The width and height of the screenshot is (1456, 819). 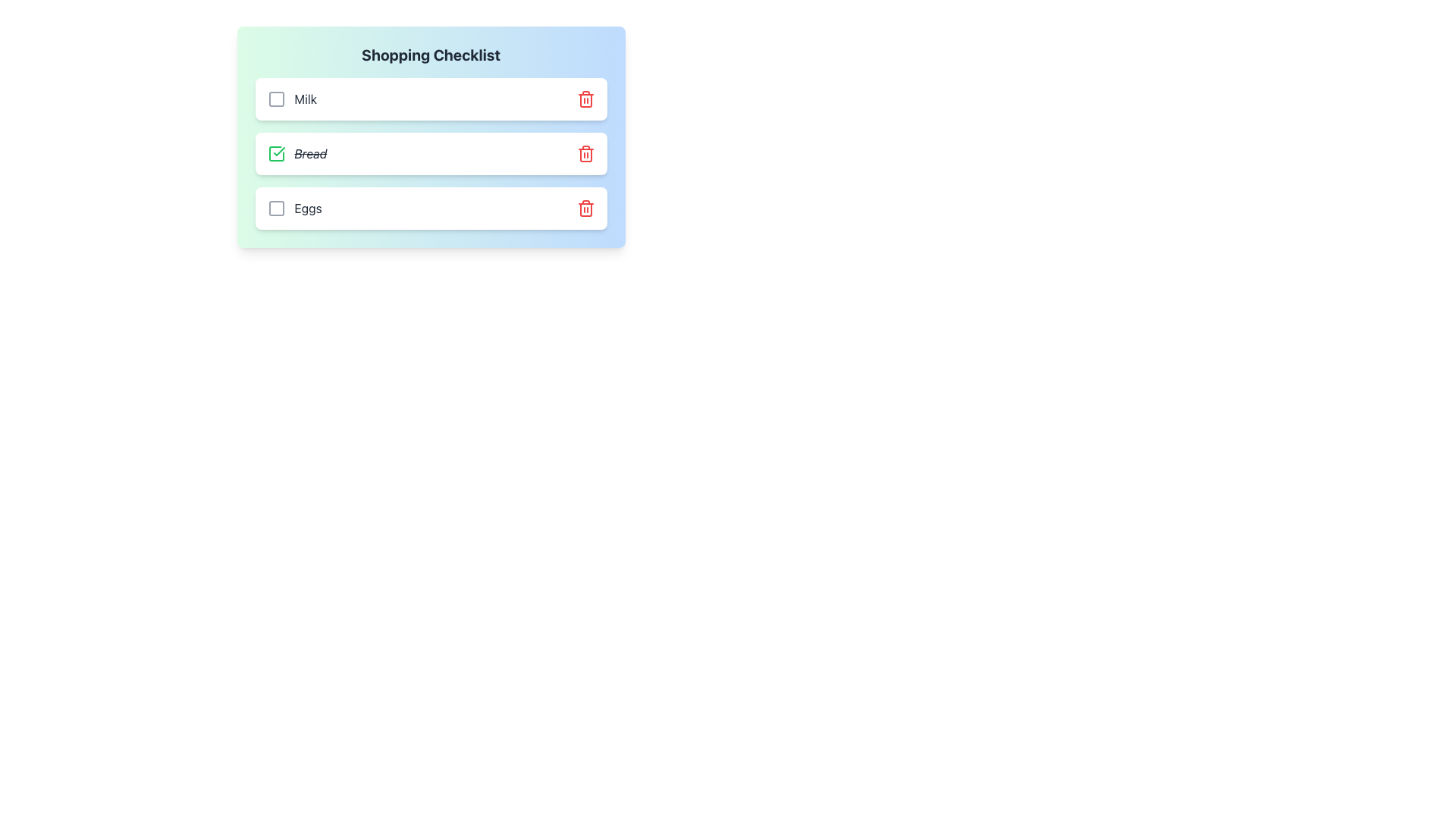 What do you see at coordinates (276, 154) in the screenshot?
I see `the styled square checkbox representing the completed state for the item 'Bread' in the shopping checklist` at bounding box center [276, 154].